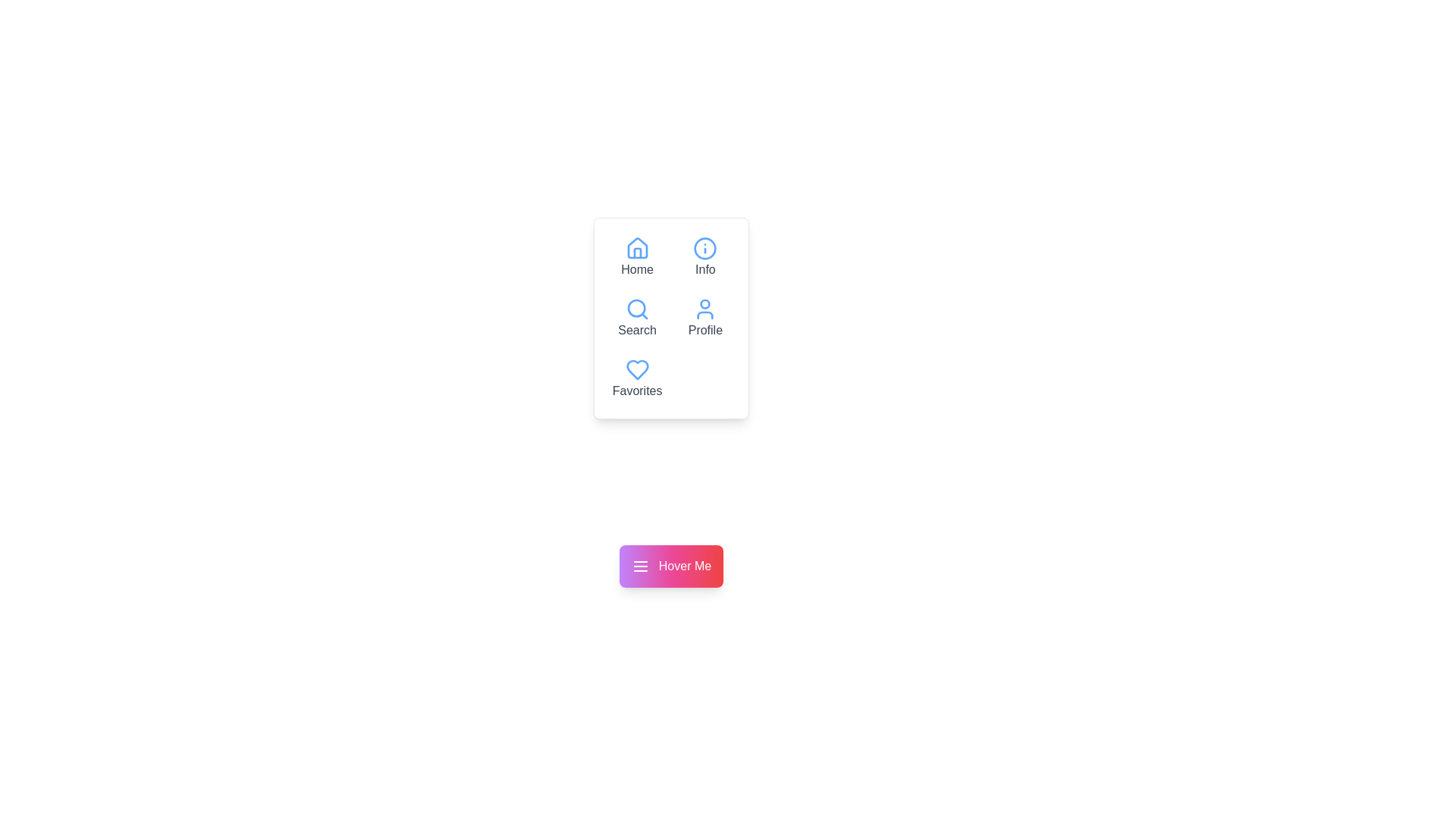  I want to click on the user profile icon, which is the fourth item in the vertical list of icons, so click(704, 309).